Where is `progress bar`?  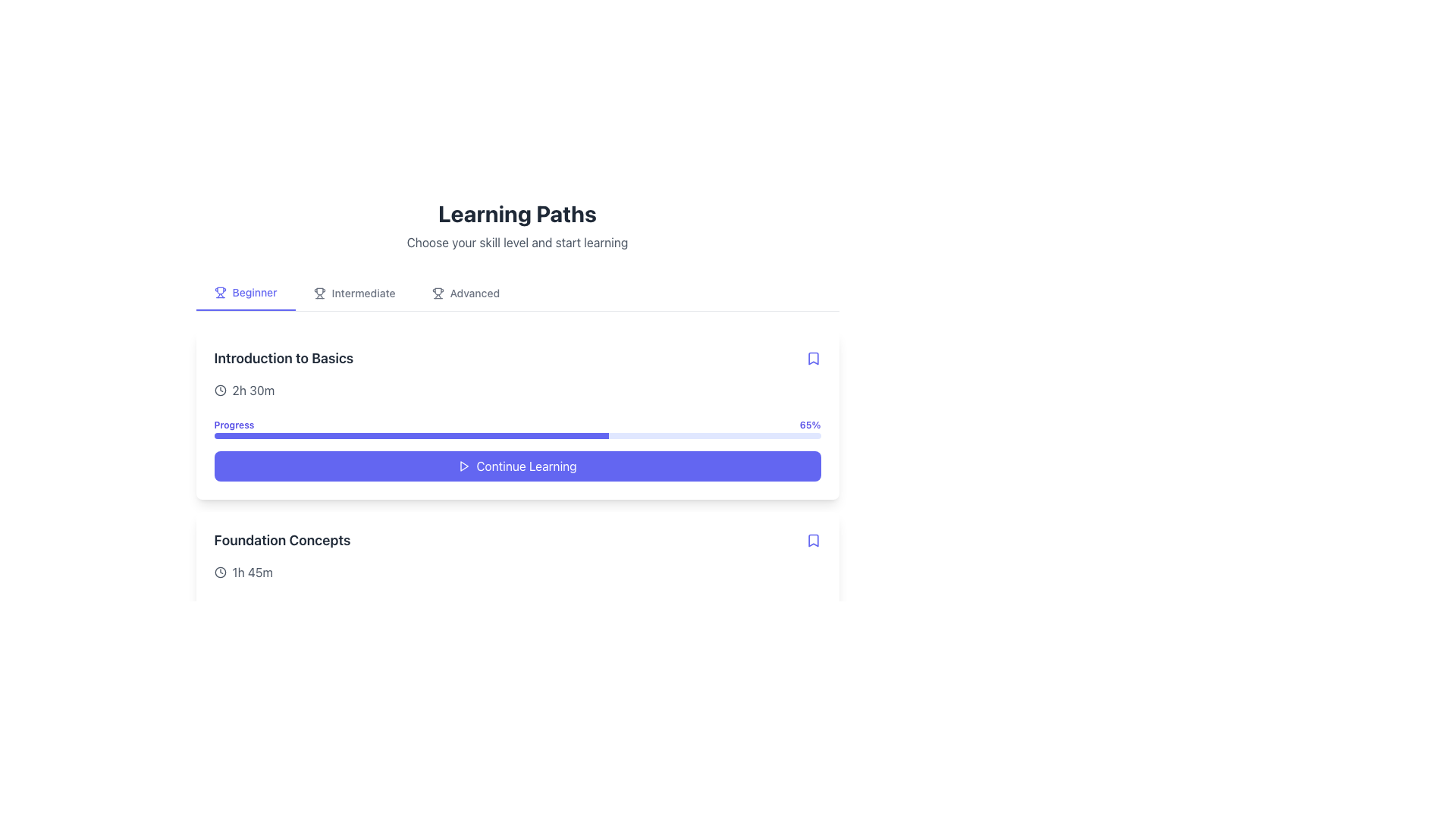 progress bar is located at coordinates (340, 435).